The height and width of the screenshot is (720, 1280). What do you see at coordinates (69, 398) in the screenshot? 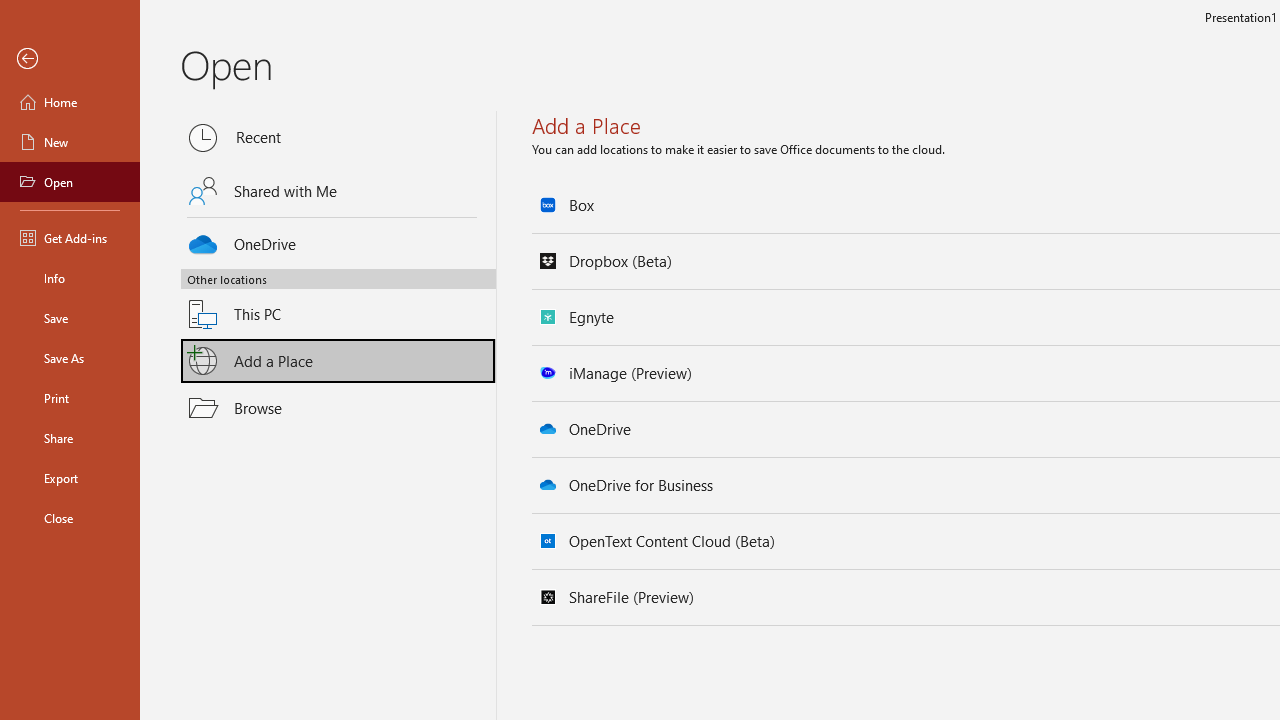
I see `'Print'` at bounding box center [69, 398].